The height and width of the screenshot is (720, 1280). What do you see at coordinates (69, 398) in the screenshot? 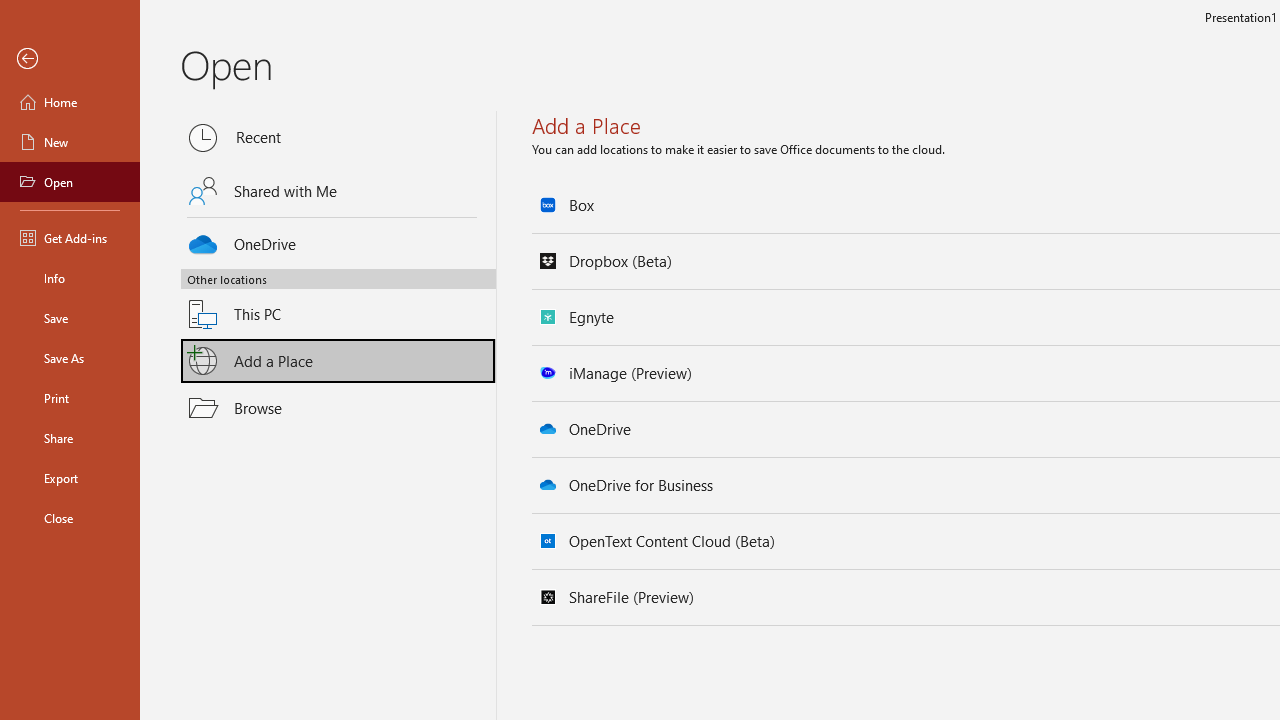
I see `'Print'` at bounding box center [69, 398].